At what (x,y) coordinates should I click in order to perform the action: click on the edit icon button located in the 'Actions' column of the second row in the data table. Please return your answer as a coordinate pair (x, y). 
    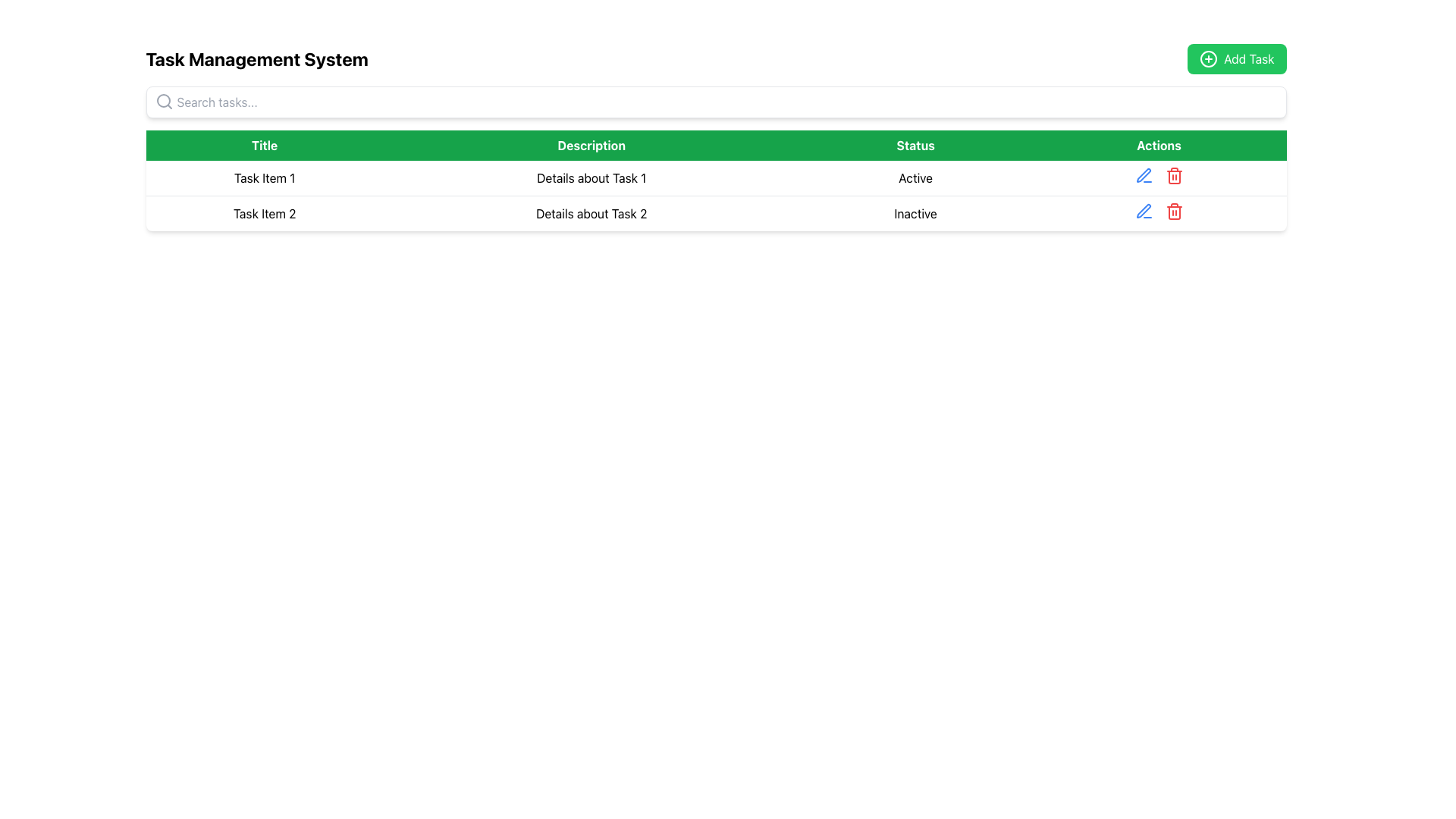
    Looking at the image, I should click on (1144, 211).